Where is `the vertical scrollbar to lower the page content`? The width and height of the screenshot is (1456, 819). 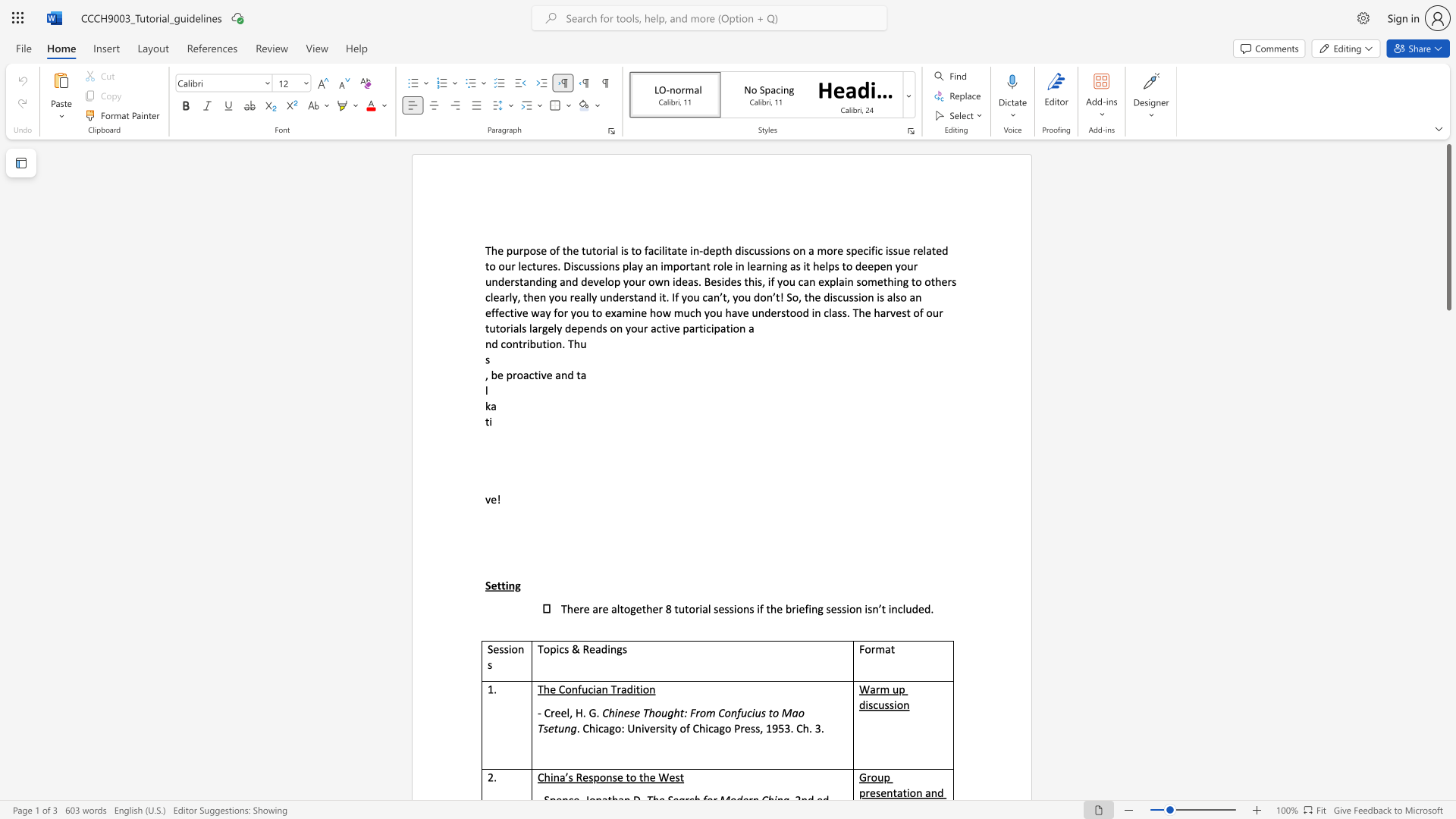 the vertical scrollbar to lower the page content is located at coordinates (1448, 734).